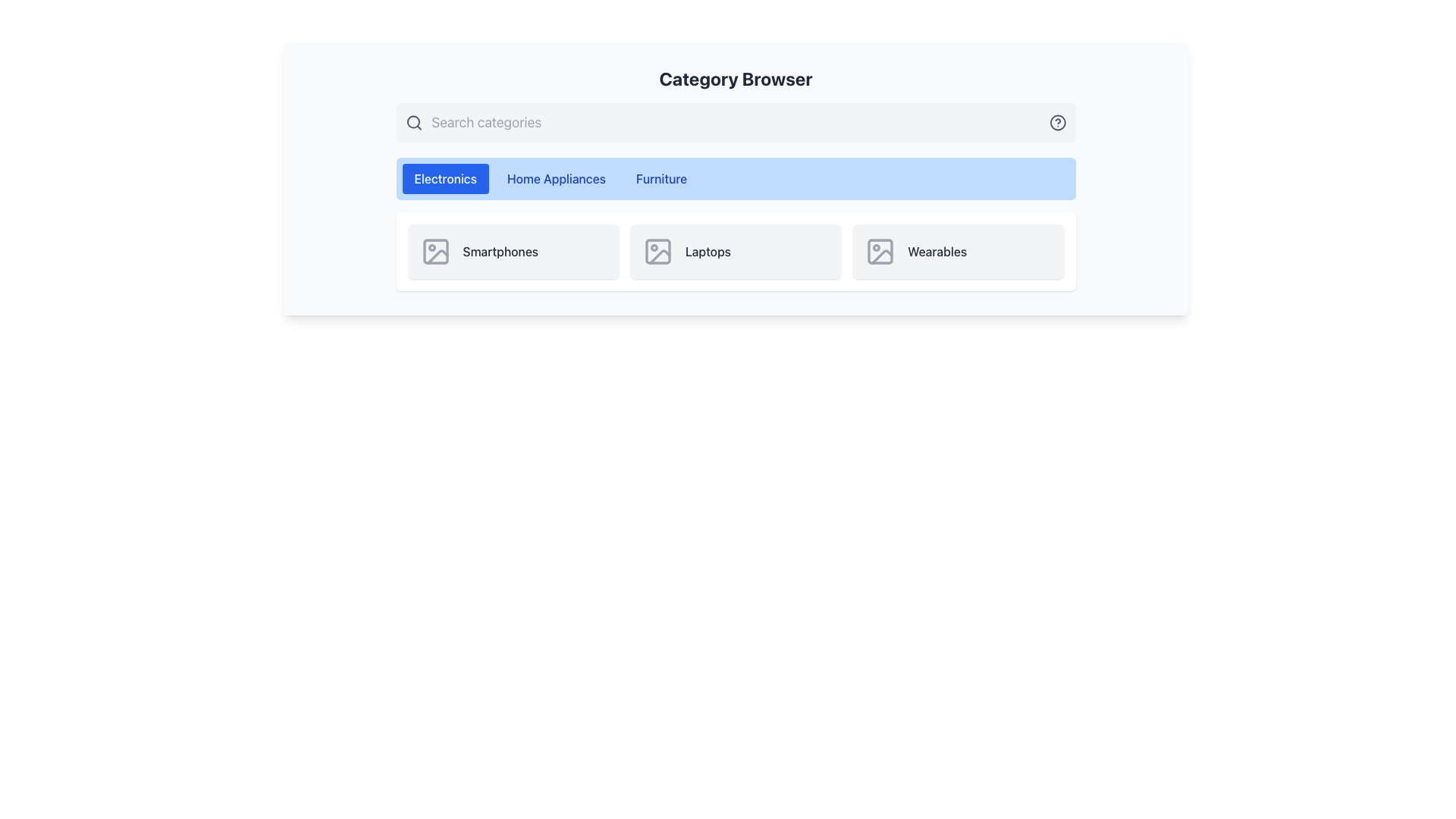 This screenshot has height=819, width=1456. I want to click on the 'Wearables' button, which is a rectangular button with a light gray background and an image placeholder icon, so click(957, 250).